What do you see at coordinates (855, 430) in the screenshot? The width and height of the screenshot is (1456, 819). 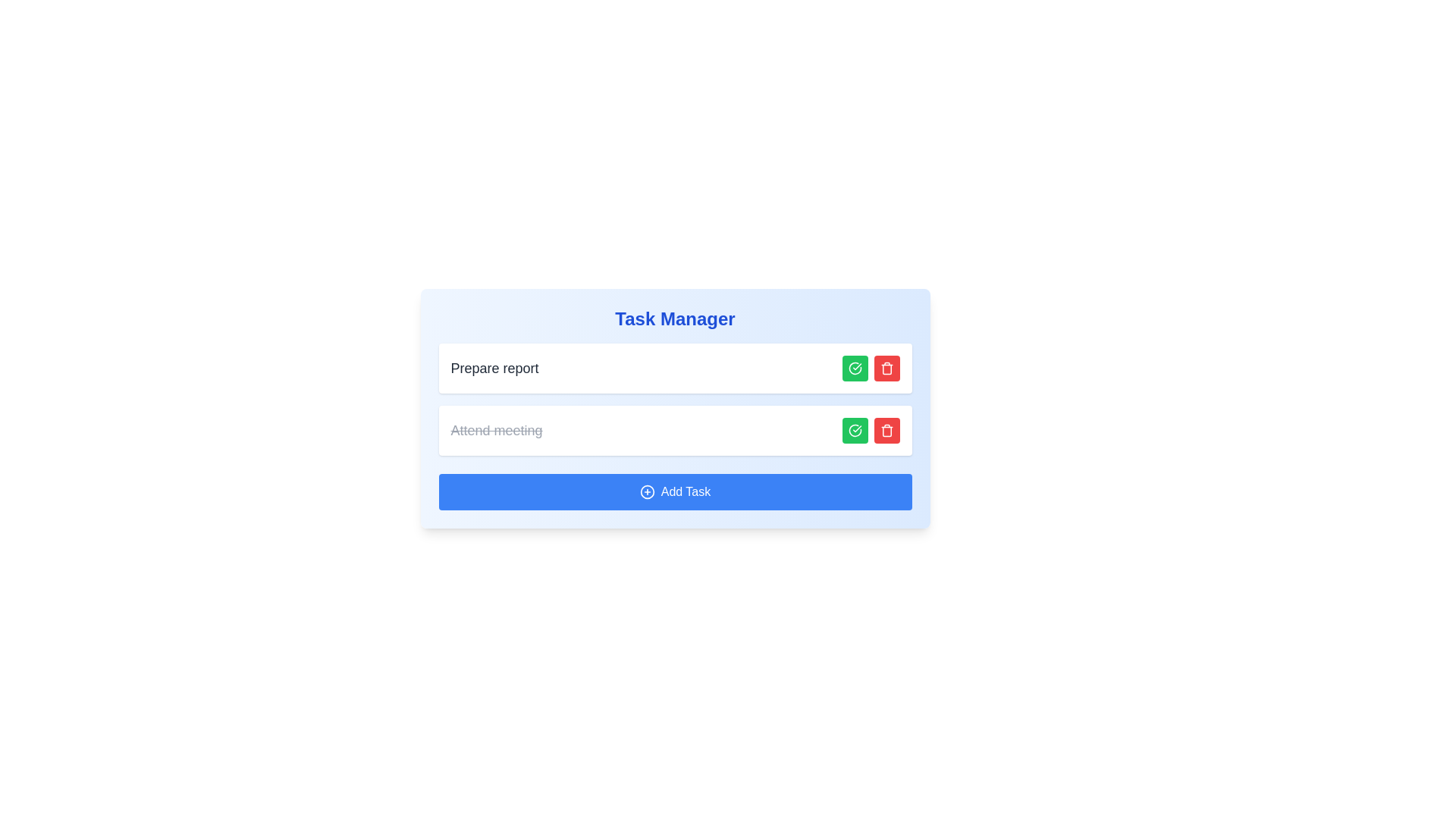 I see `the green check icon button located to the left of the 'Attend meeting' task in the task manager interface to mark the task as complete` at bounding box center [855, 430].